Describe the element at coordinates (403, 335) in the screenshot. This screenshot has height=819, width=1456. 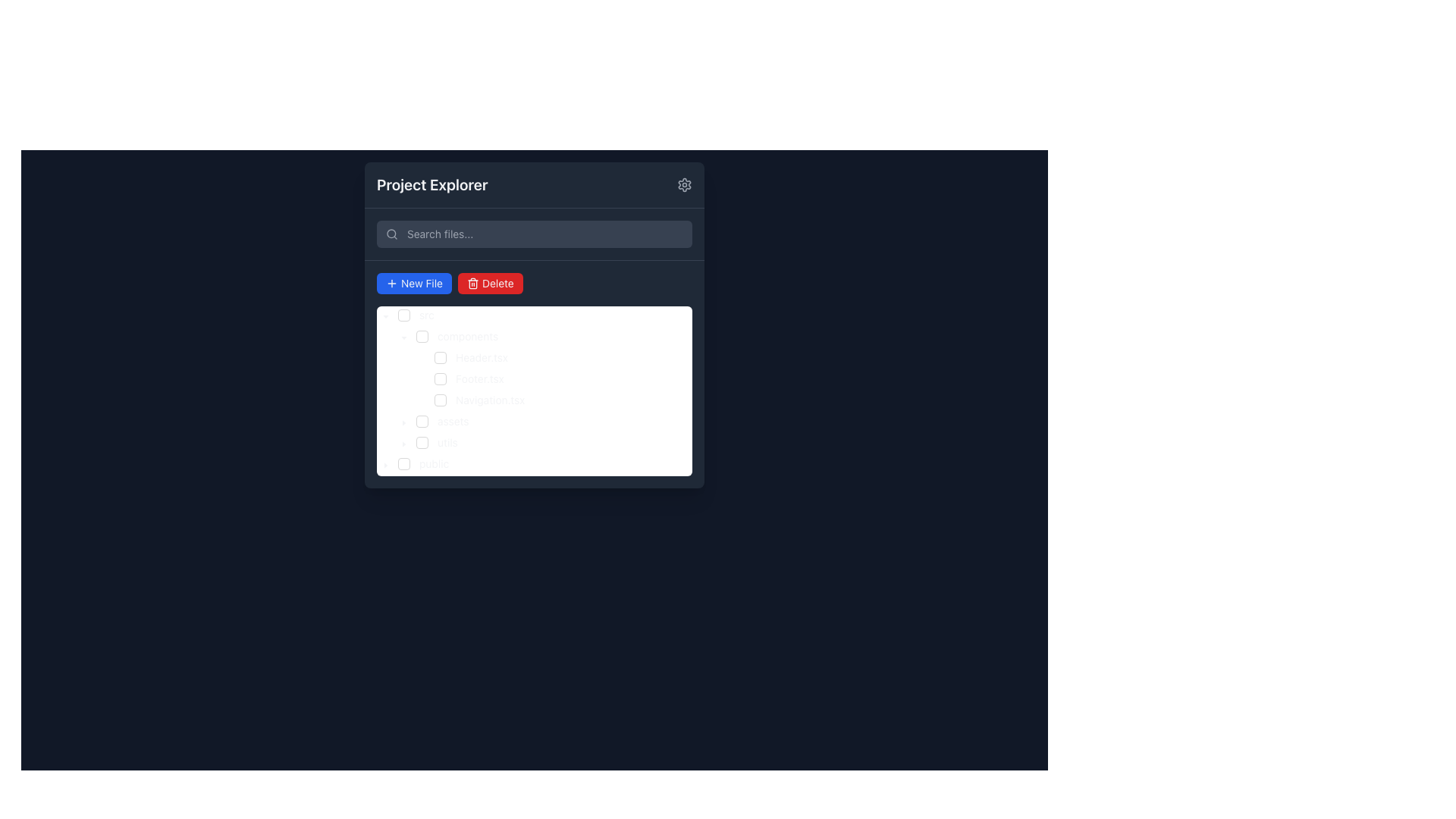
I see `the Tree node toggle control for the 'components' node to receive visual feedback` at that location.